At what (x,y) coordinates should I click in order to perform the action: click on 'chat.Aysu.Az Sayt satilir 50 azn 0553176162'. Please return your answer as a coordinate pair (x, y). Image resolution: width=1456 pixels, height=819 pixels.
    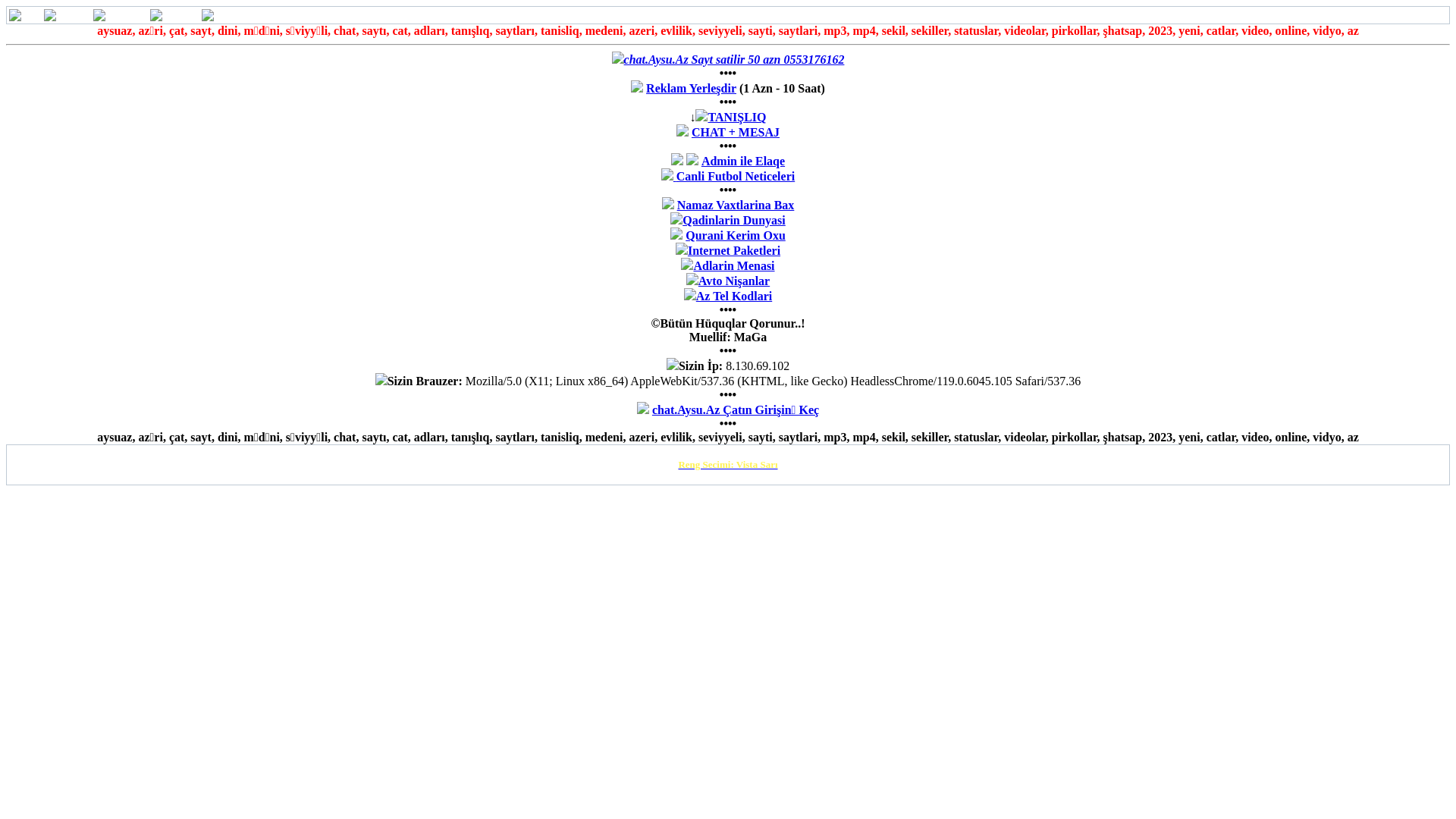
    Looking at the image, I should click on (734, 58).